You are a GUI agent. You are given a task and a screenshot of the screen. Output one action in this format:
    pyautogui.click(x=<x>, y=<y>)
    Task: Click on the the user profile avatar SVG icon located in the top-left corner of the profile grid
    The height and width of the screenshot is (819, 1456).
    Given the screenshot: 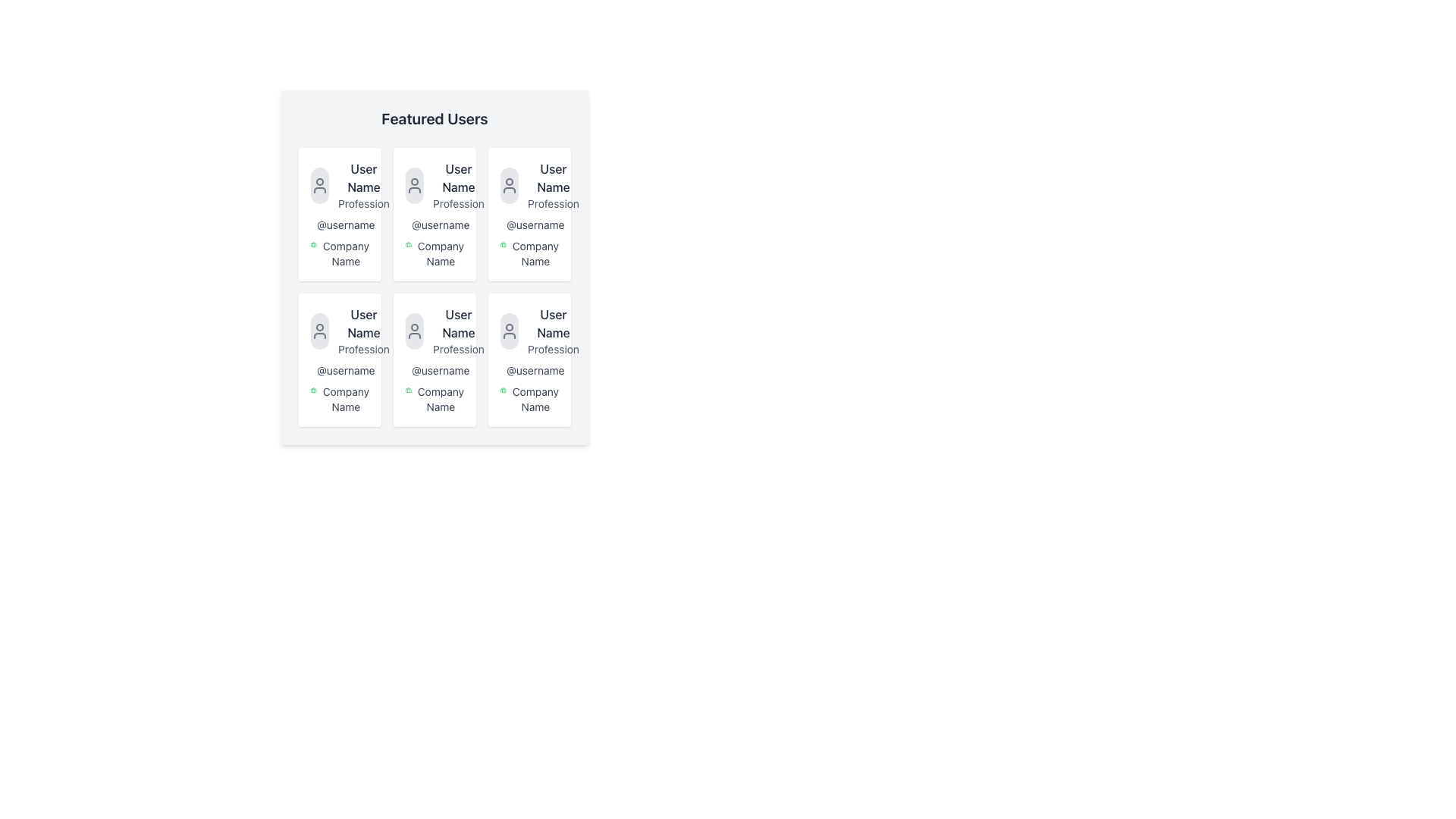 What is the action you would take?
    pyautogui.click(x=319, y=185)
    